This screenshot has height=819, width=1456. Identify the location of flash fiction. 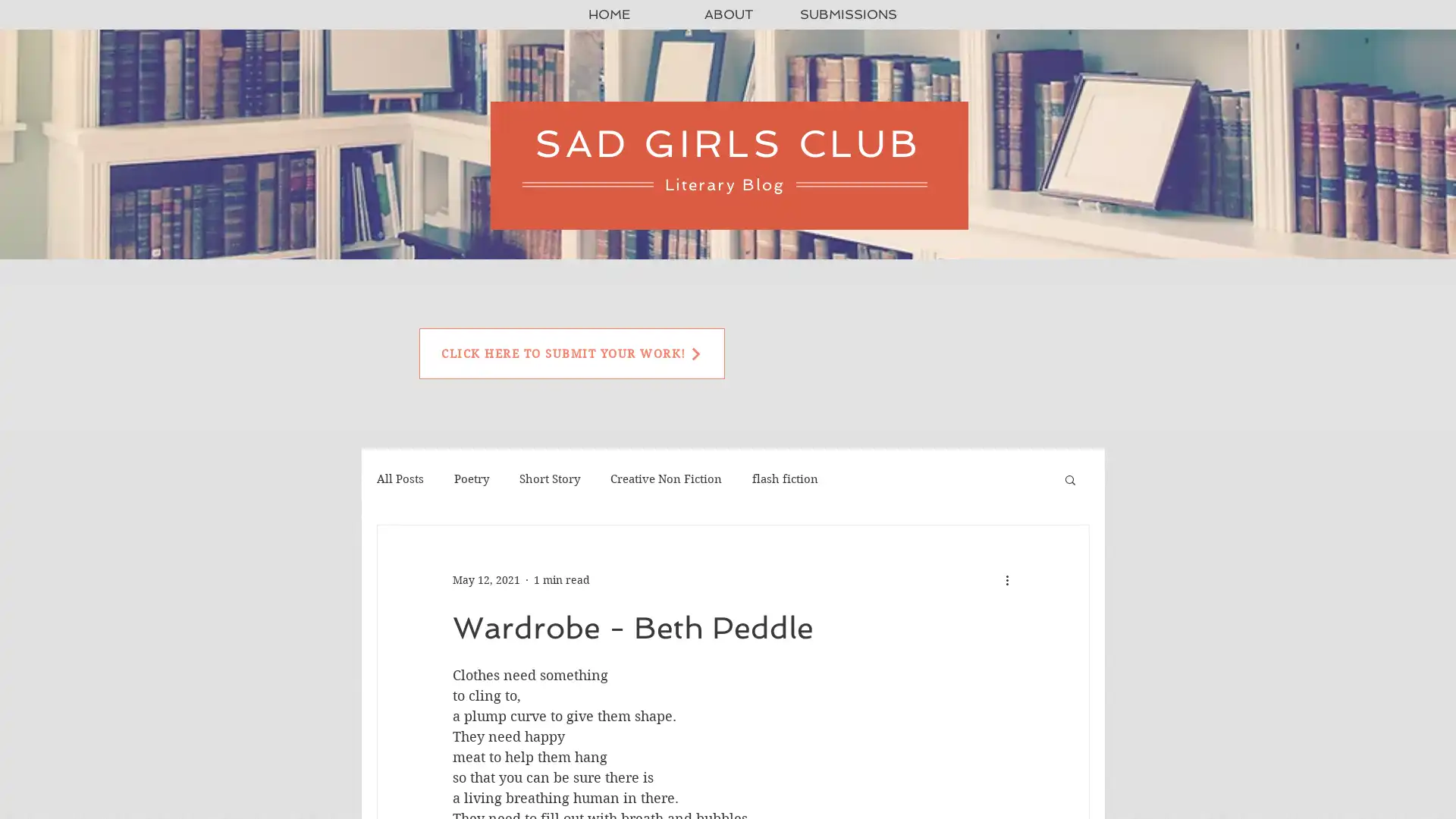
(785, 479).